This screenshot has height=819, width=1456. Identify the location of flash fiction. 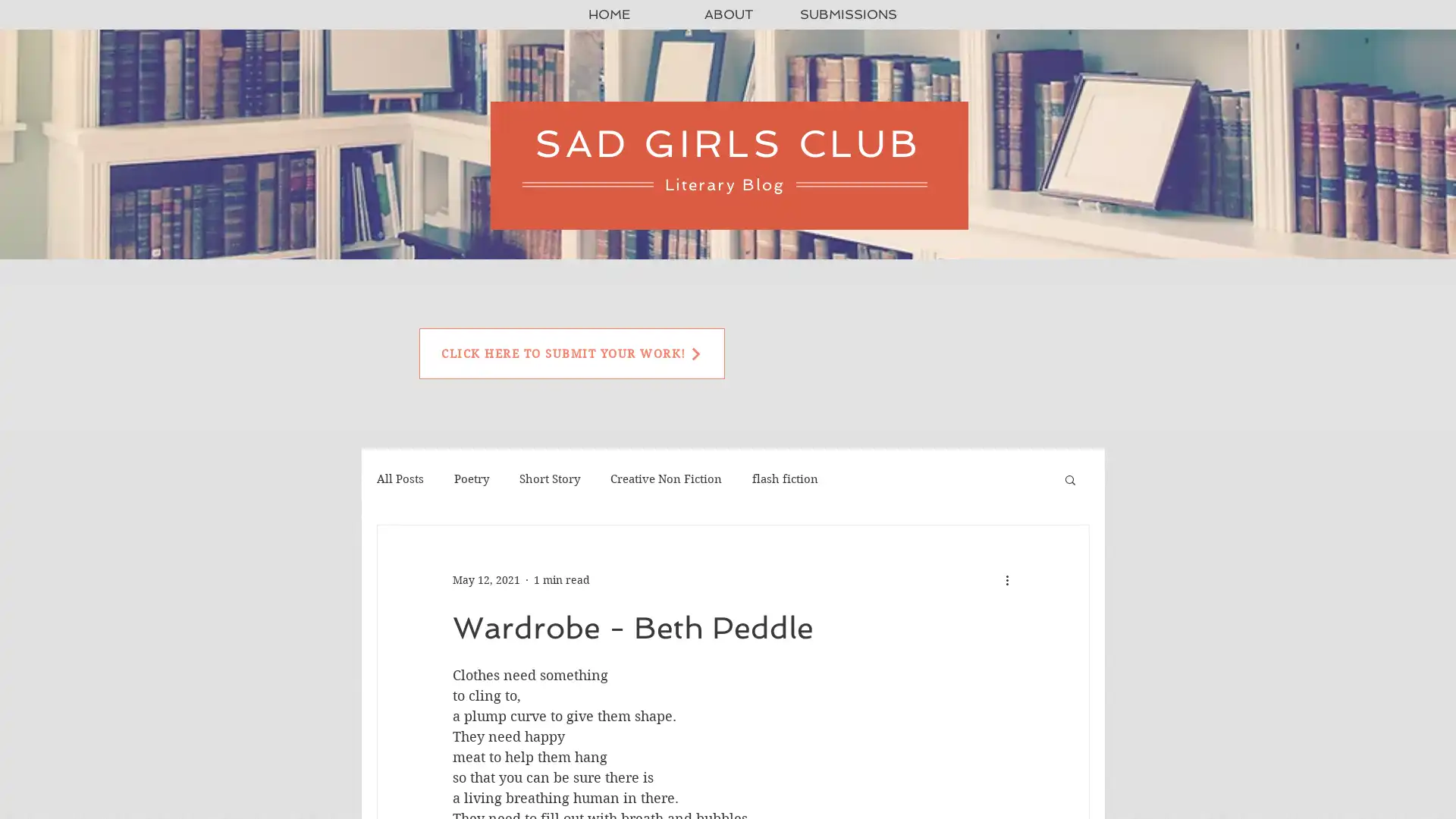
(785, 479).